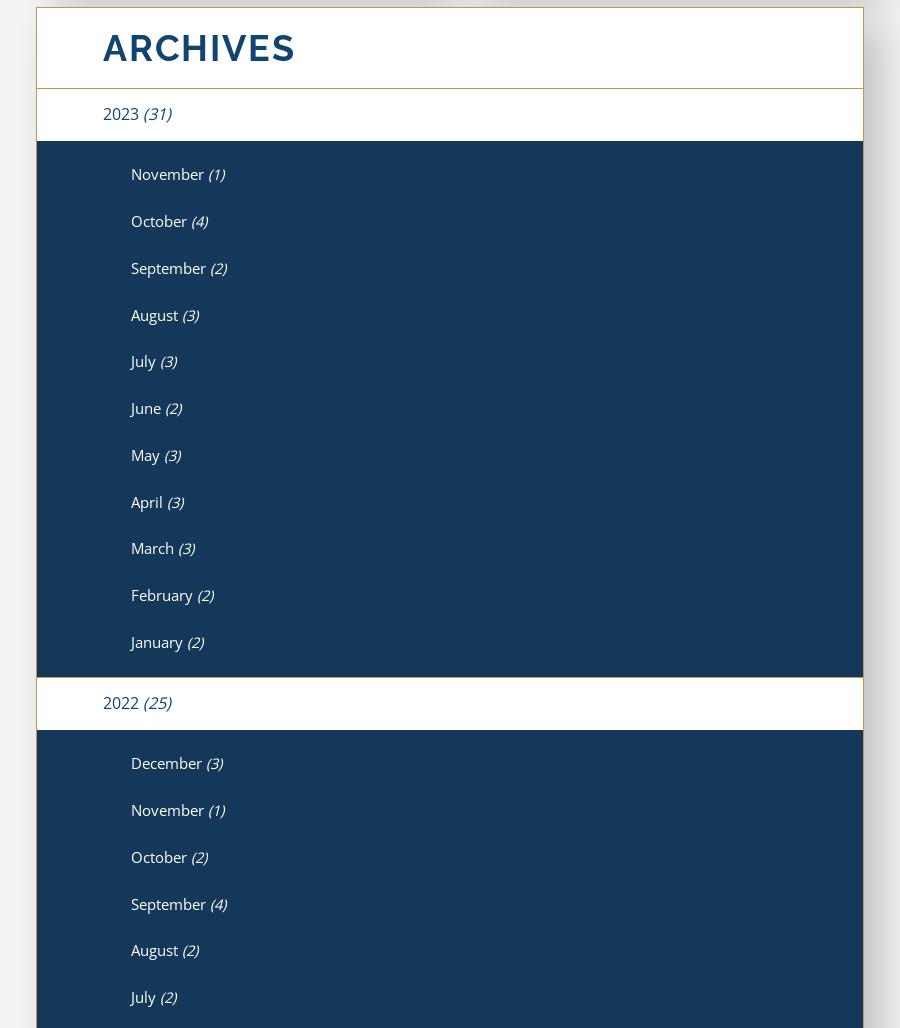 Image resolution: width=900 pixels, height=1028 pixels. What do you see at coordinates (172, 212) in the screenshot?
I see `'Workplace Injuries'` at bounding box center [172, 212].